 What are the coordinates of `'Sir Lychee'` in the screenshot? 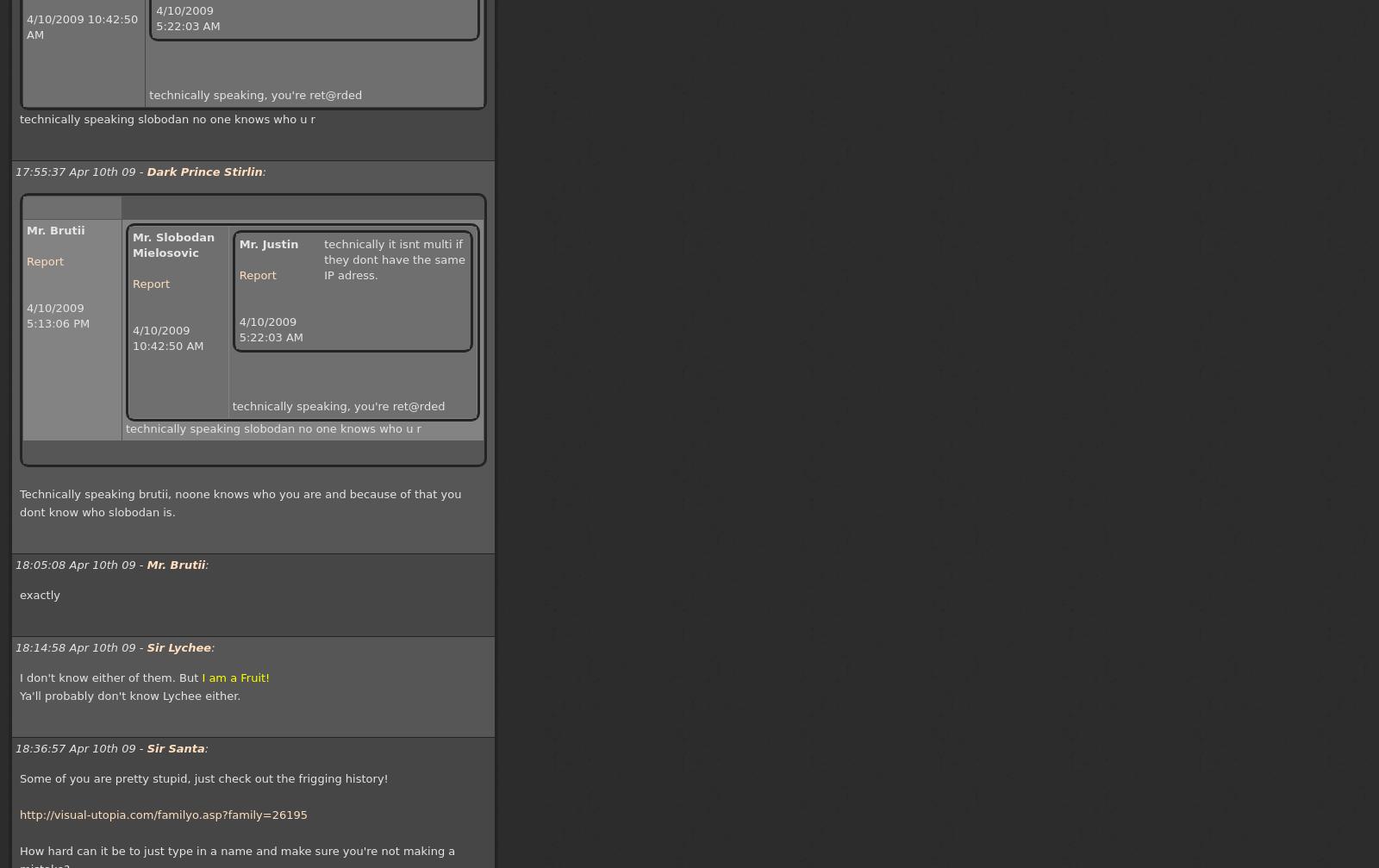 It's located at (178, 646).